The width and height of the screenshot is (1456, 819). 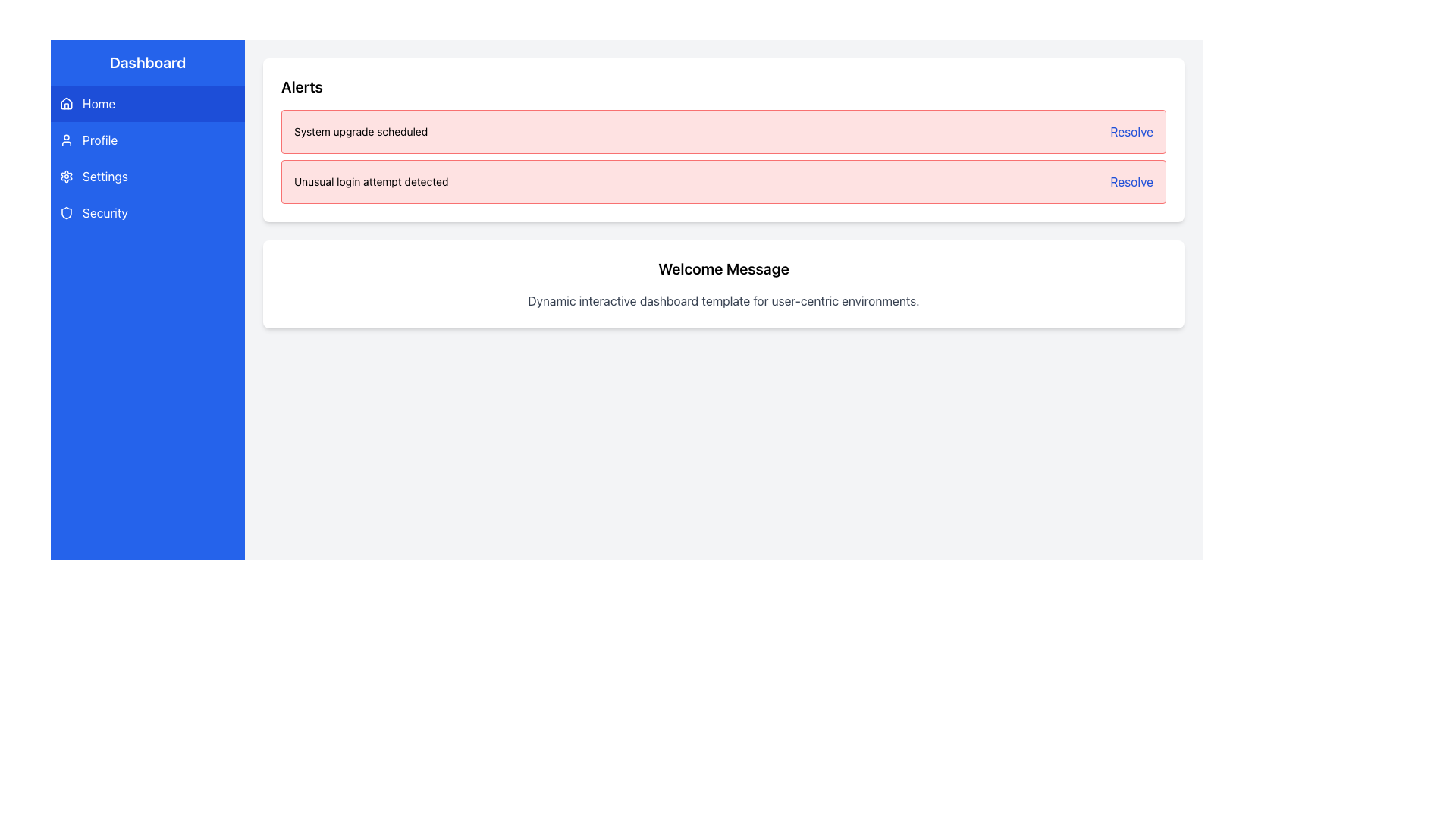 I want to click on the text header labeled 'Alerts' which is styled in bold and larger font, located at the top-left corner of a white box containing alert messages in the dashboard interface, so click(x=302, y=87).